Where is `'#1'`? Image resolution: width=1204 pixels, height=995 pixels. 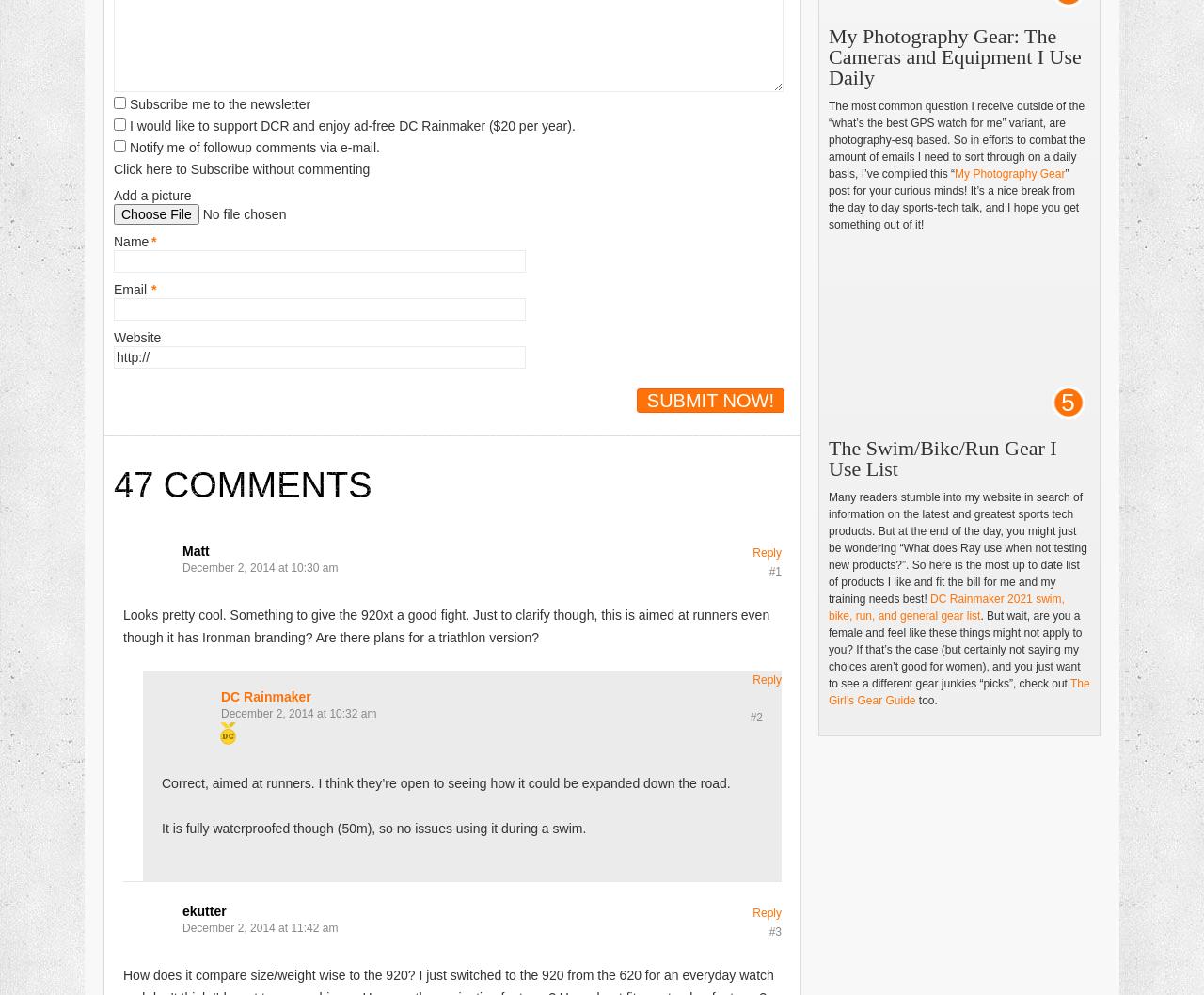 '#1' is located at coordinates (768, 570).